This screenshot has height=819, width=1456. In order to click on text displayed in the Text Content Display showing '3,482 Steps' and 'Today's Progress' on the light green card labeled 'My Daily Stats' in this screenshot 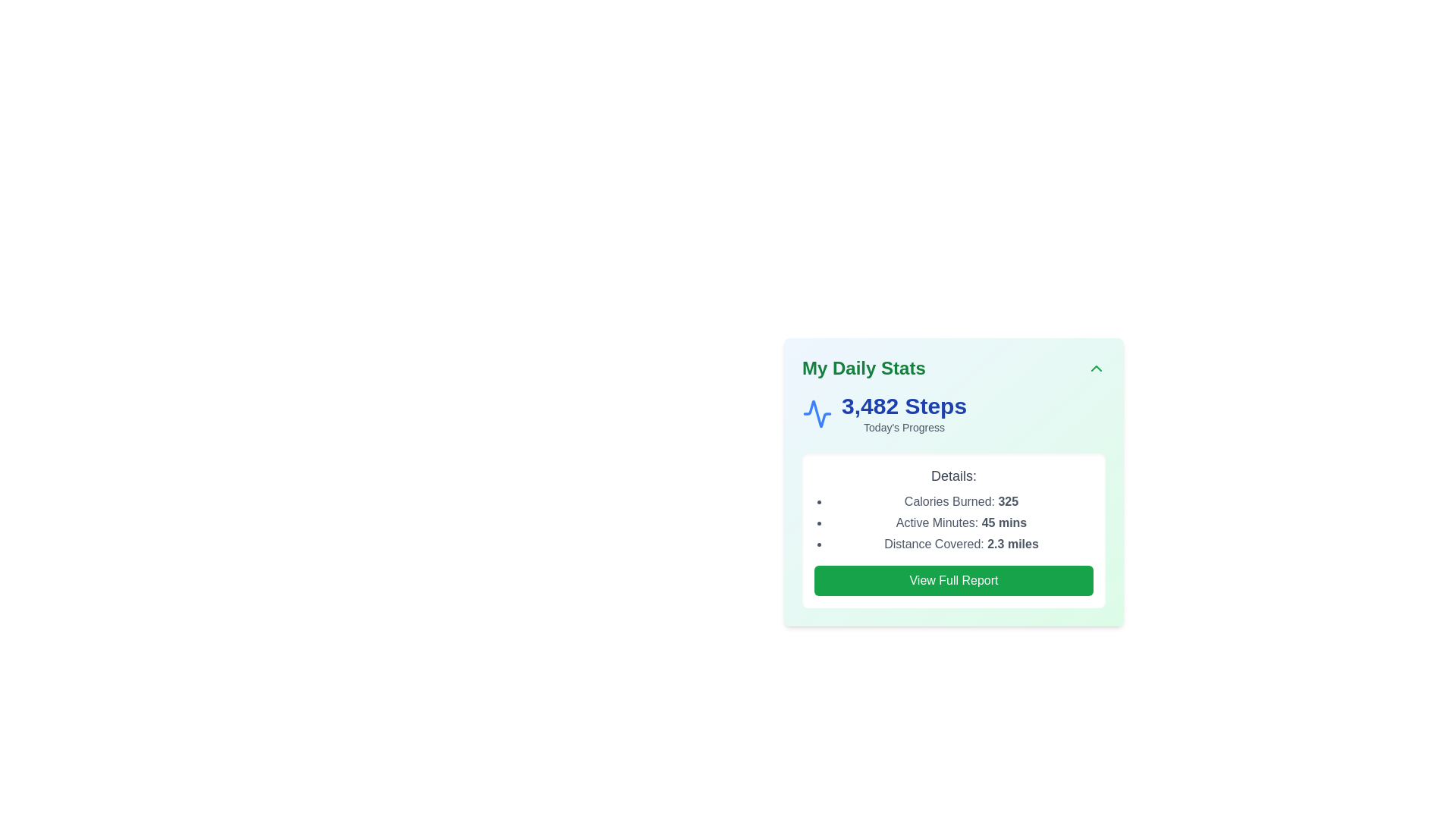, I will do `click(904, 414)`.